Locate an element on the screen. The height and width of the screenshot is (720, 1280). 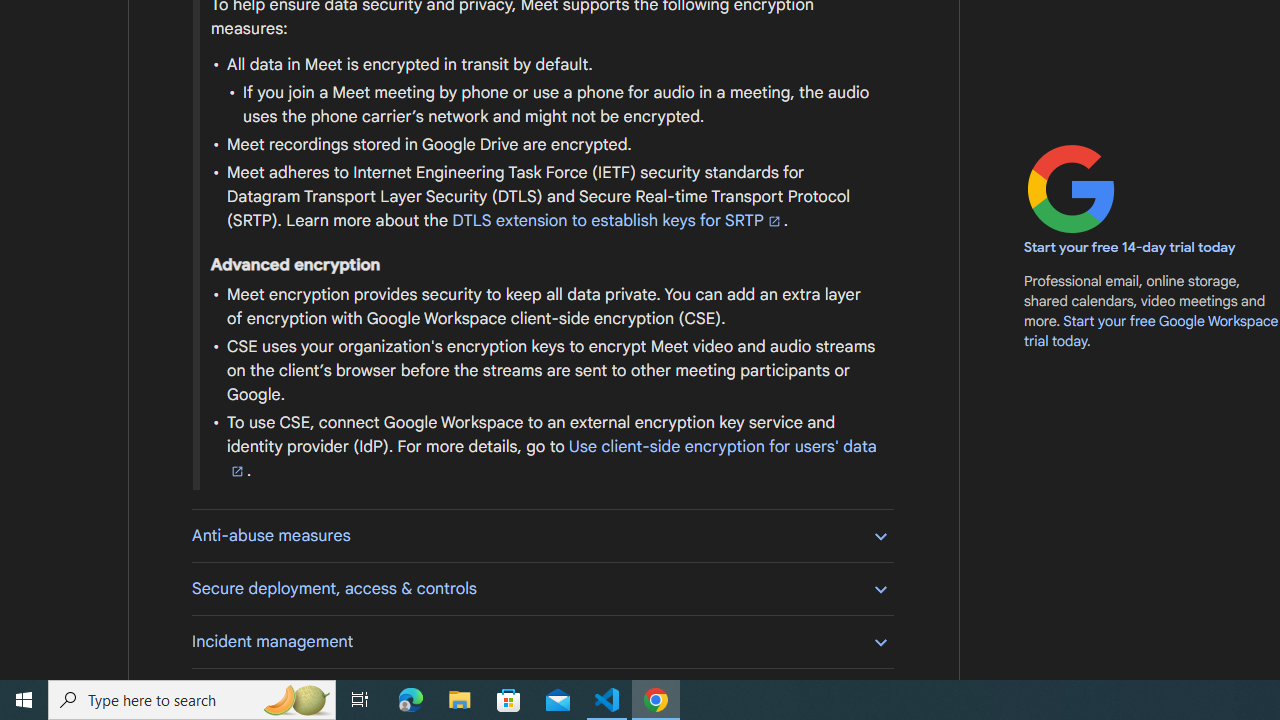
'Use client-side encryption for users' is located at coordinates (551, 458).